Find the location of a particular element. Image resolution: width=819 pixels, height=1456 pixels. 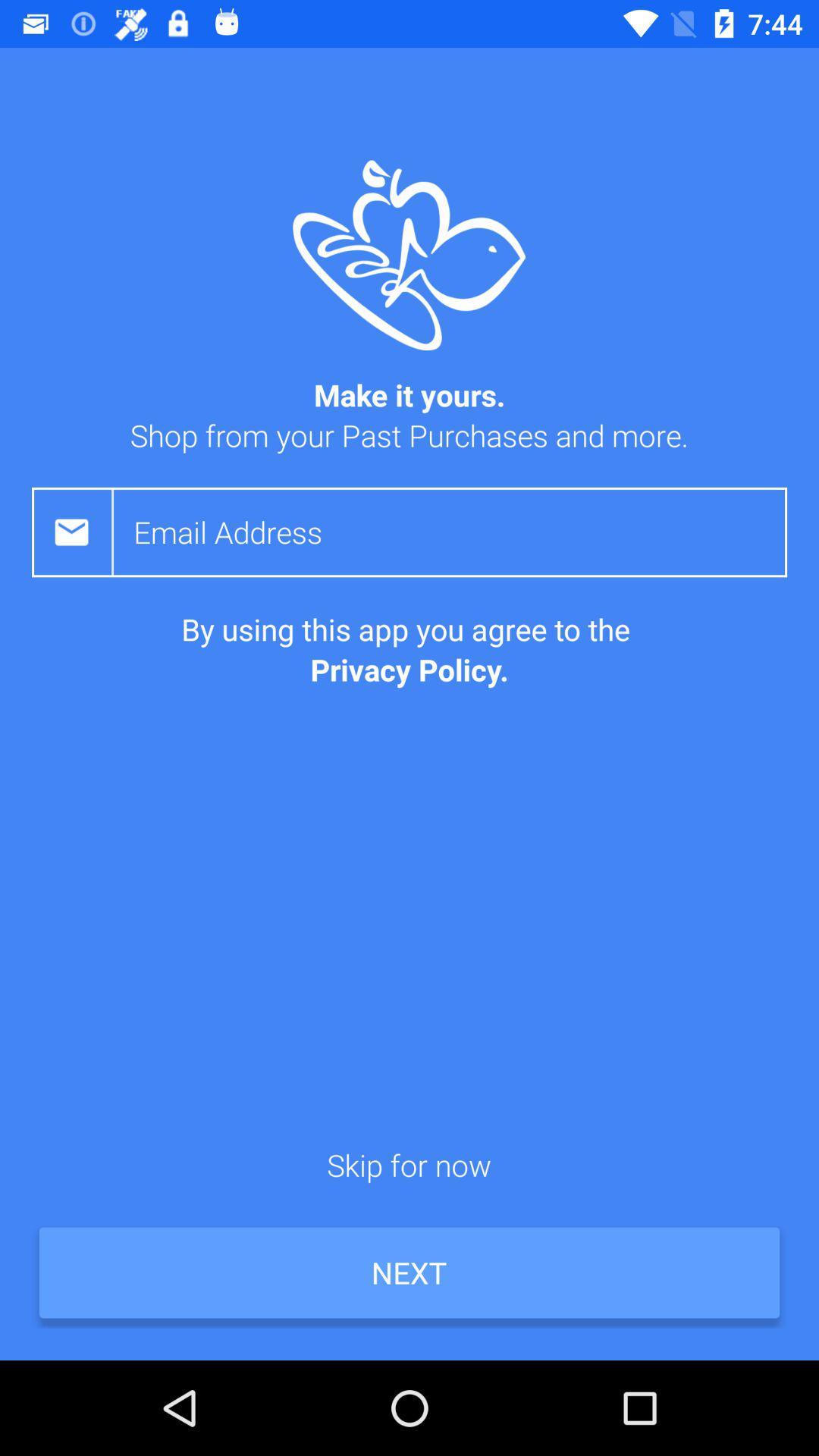

email address is located at coordinates (460, 532).